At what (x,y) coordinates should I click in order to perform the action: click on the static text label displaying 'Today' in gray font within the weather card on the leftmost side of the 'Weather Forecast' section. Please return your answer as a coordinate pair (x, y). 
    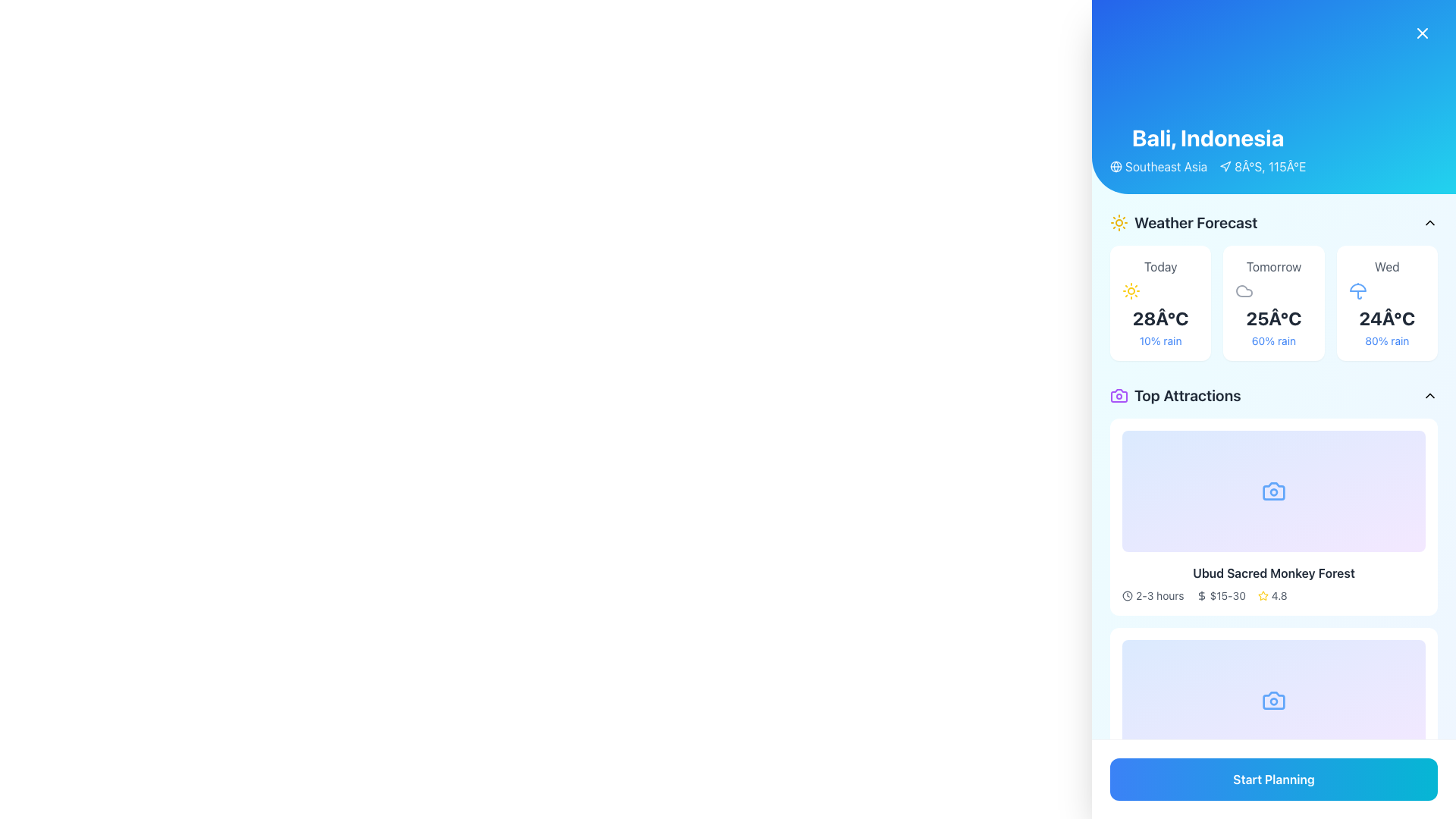
    Looking at the image, I should click on (1159, 265).